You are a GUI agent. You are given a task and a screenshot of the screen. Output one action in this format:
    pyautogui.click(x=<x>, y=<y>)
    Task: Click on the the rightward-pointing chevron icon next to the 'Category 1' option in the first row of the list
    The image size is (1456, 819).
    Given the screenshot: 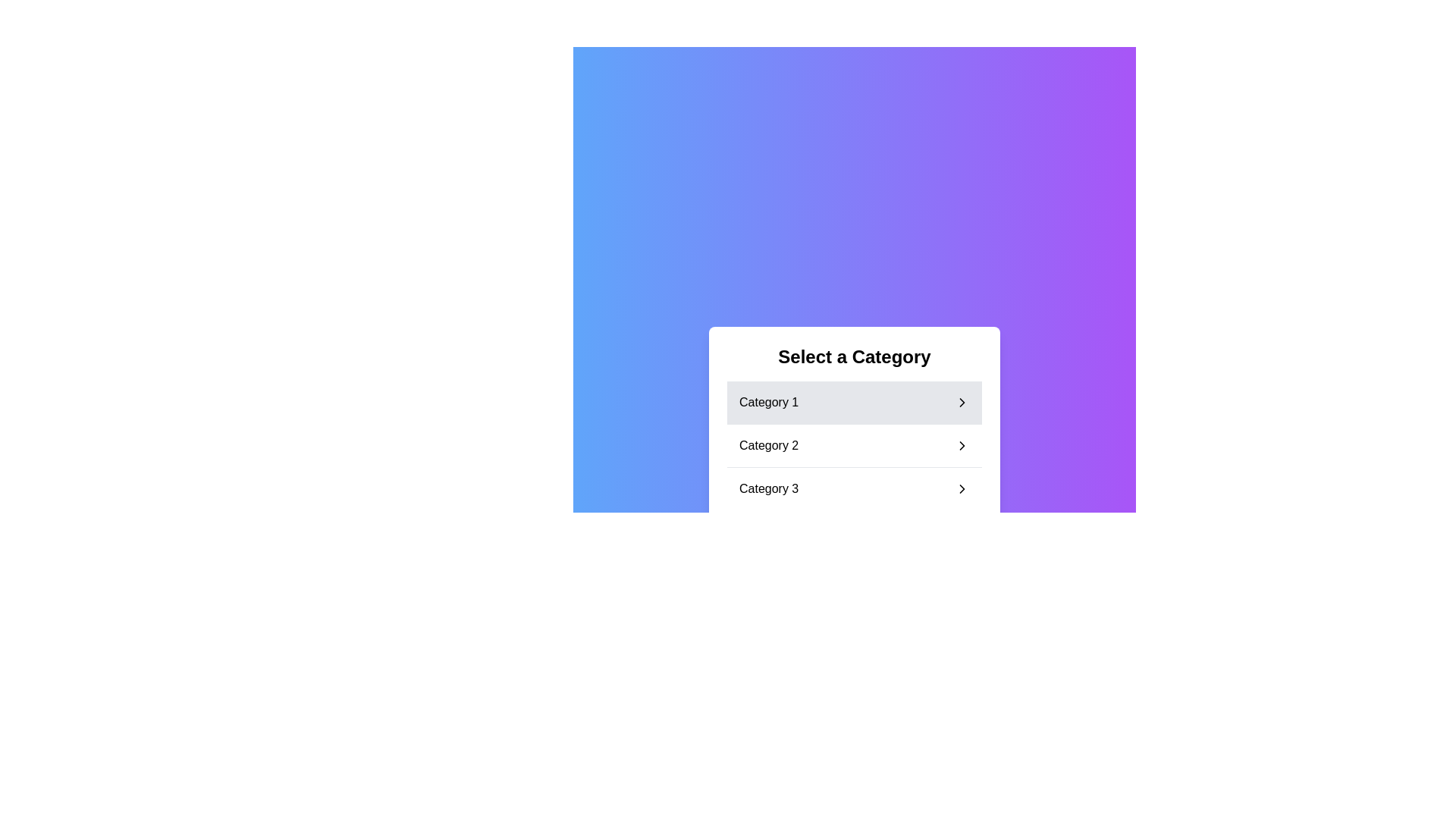 What is the action you would take?
    pyautogui.click(x=961, y=402)
    